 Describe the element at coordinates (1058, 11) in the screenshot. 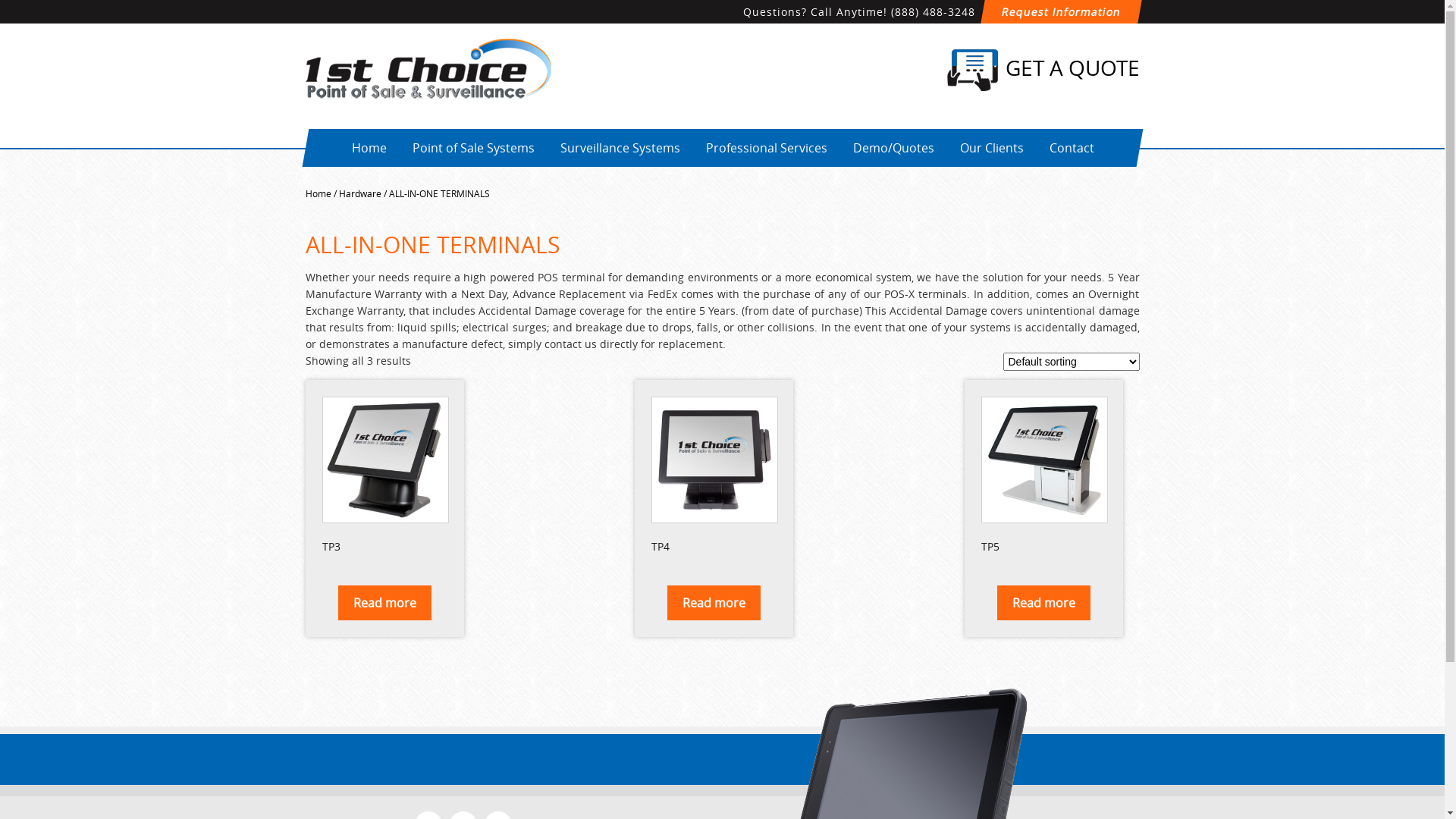

I see `'Request Information'` at that location.